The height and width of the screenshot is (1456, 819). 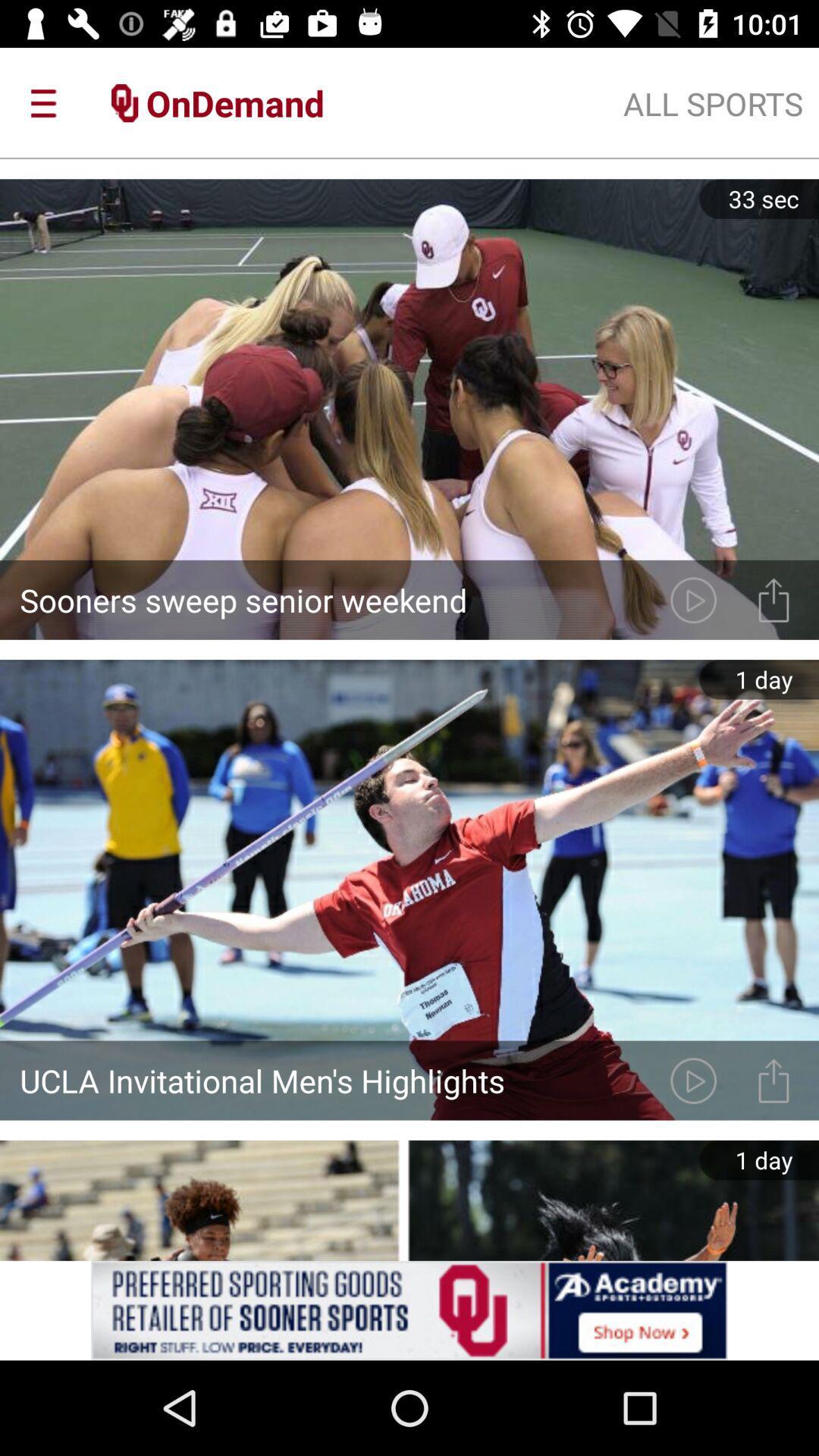 I want to click on plays the selected video clip, so click(x=693, y=599).